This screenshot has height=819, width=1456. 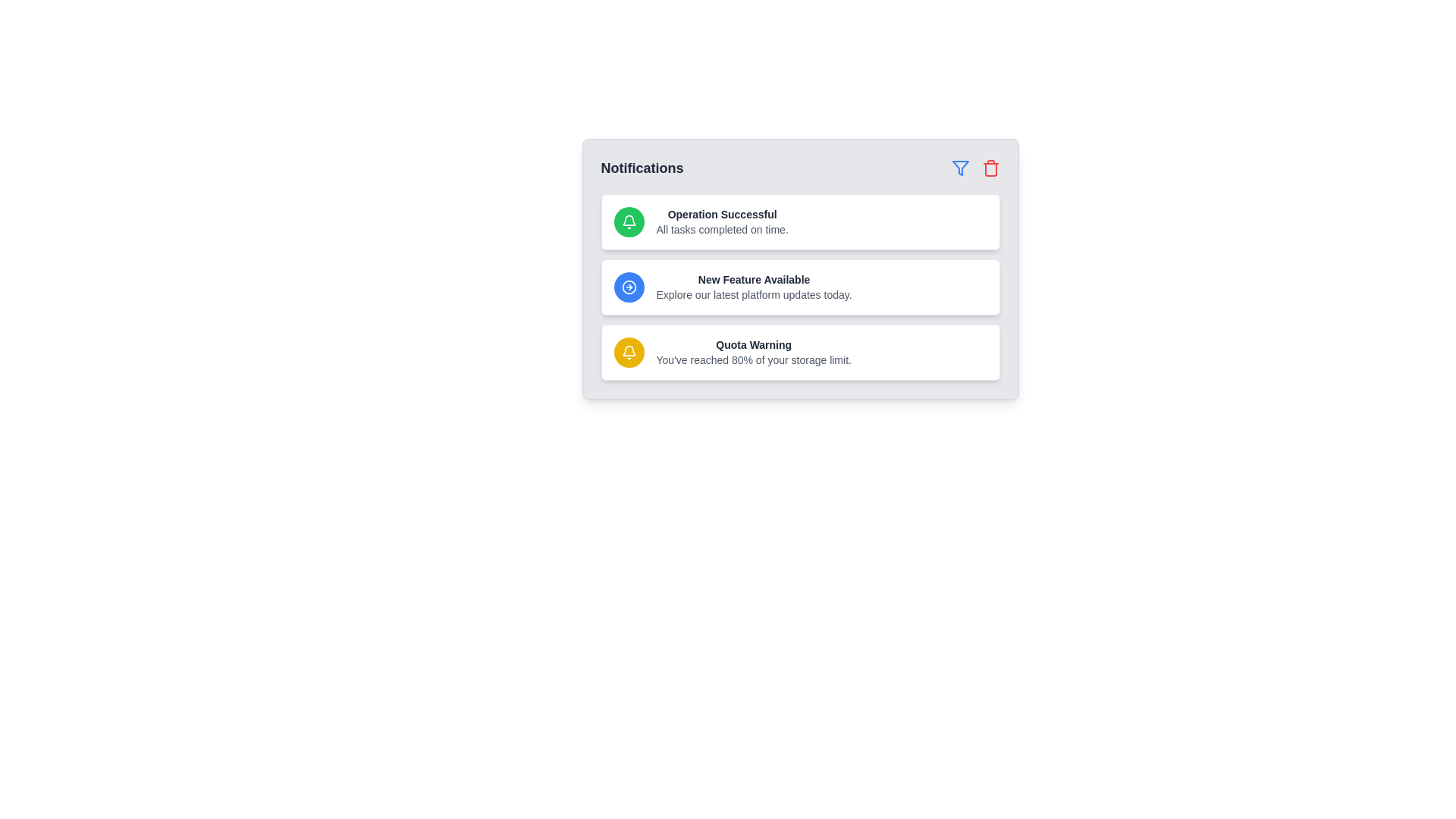 What do you see at coordinates (959, 168) in the screenshot?
I see `the triangular funnel icon representing a filter located in the top-right corner of the notification panel` at bounding box center [959, 168].